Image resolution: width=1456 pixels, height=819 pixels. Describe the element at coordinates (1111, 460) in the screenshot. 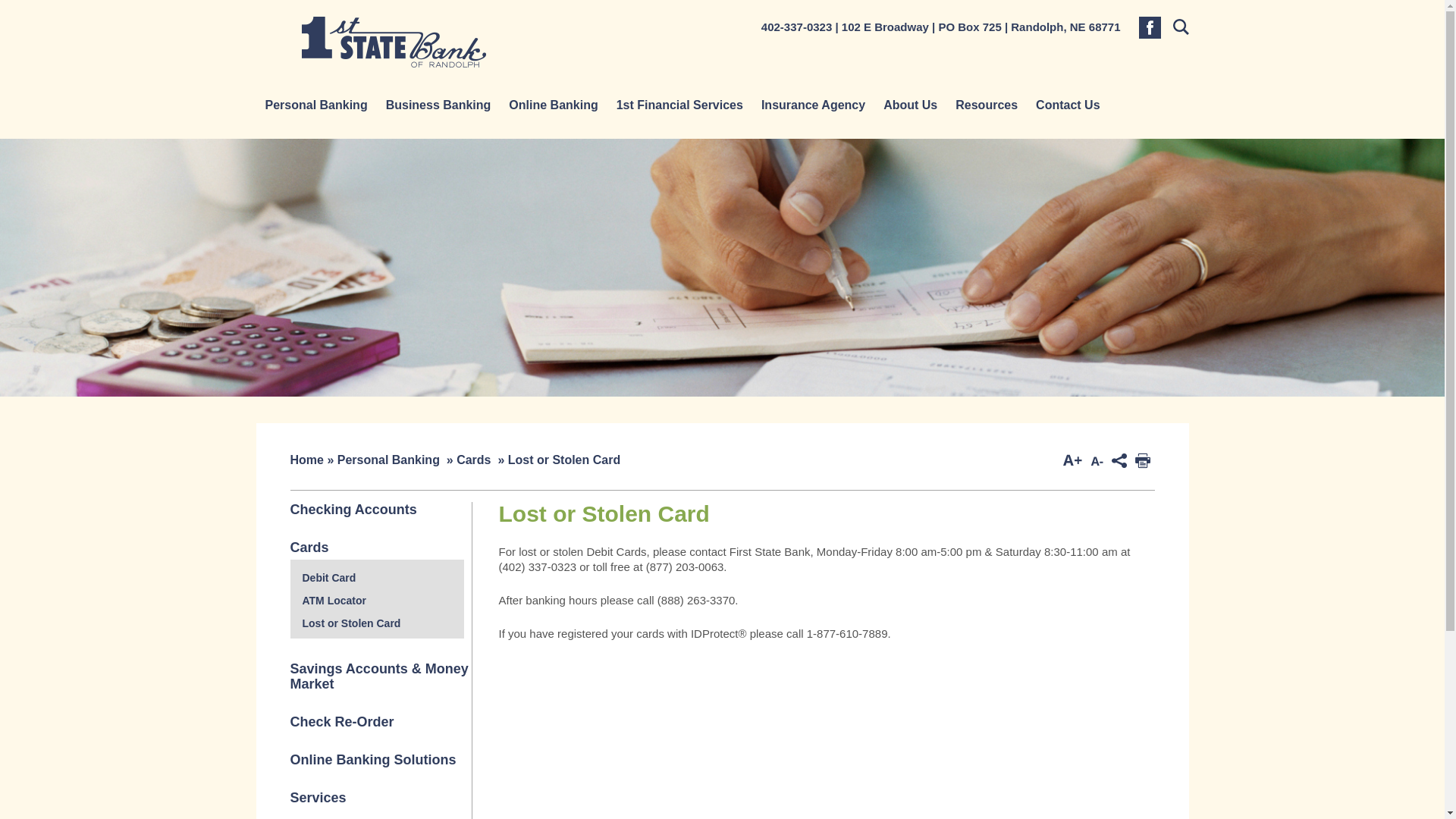

I see `'ShareThis'` at that location.